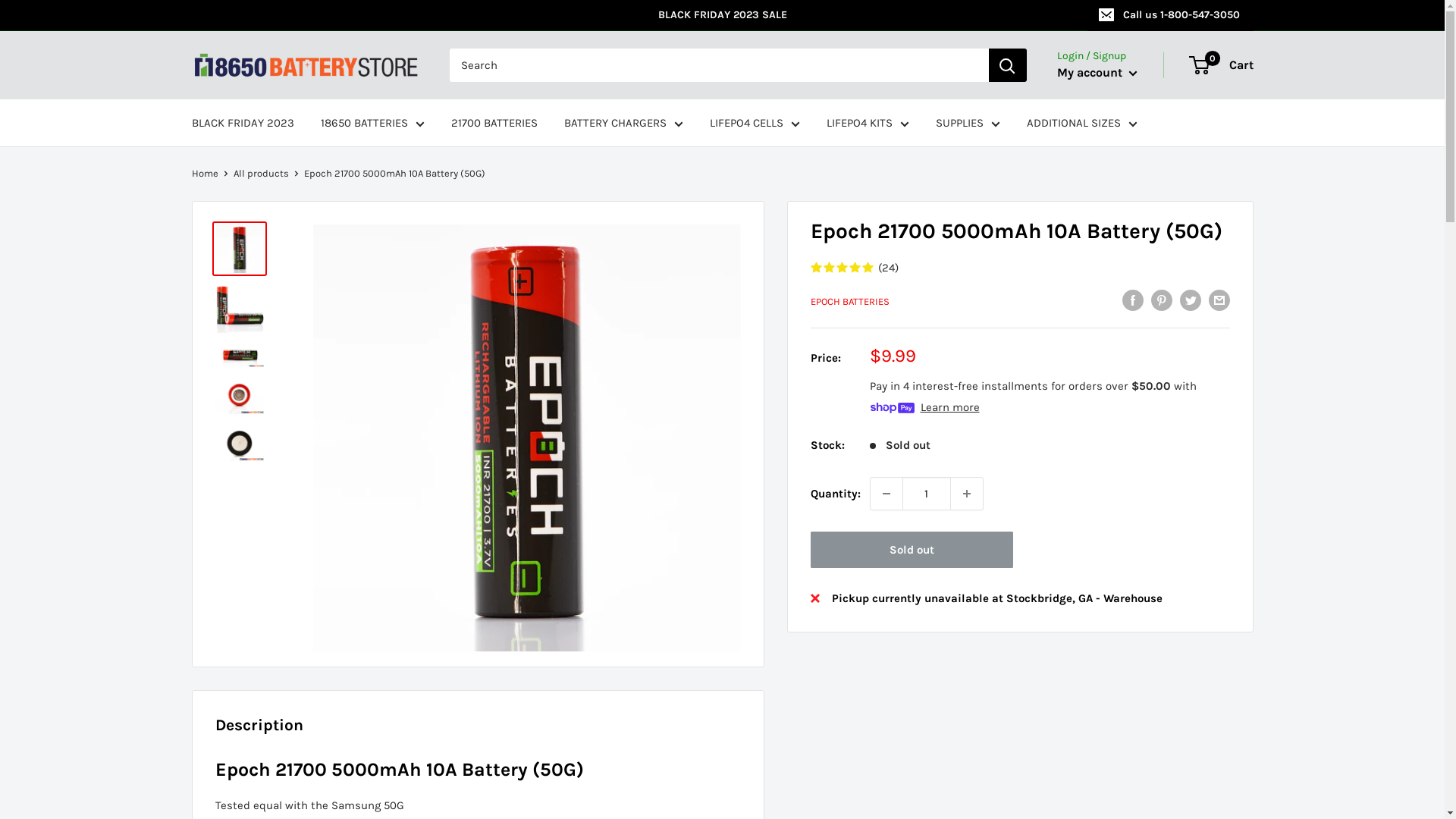 The width and height of the screenshot is (1456, 819). I want to click on 'EPOCH BATTERIES', so click(848, 301).